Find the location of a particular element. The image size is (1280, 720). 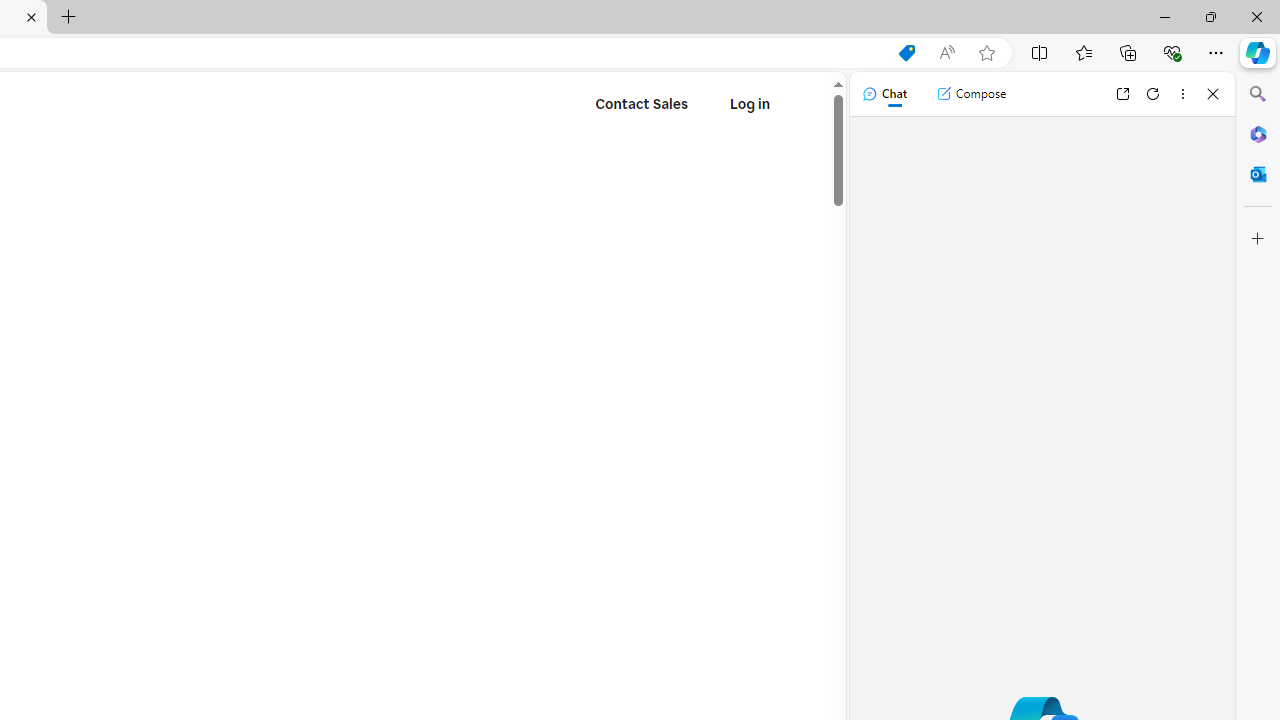

'Compose' is located at coordinates (971, 93).